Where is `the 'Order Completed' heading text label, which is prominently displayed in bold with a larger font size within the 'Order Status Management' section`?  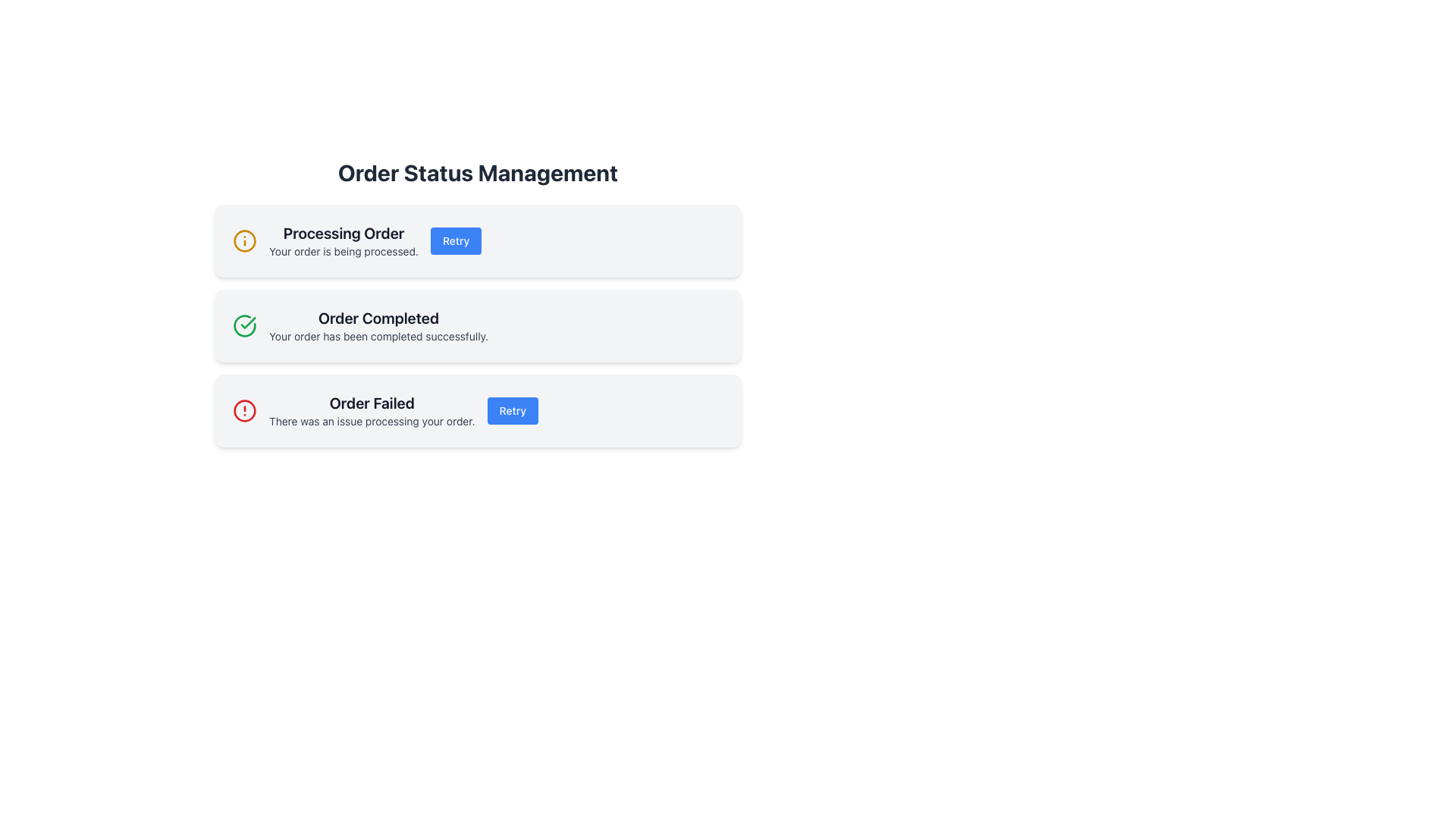
the 'Order Completed' heading text label, which is prominently displayed in bold with a larger font size within the 'Order Status Management' section is located at coordinates (378, 318).